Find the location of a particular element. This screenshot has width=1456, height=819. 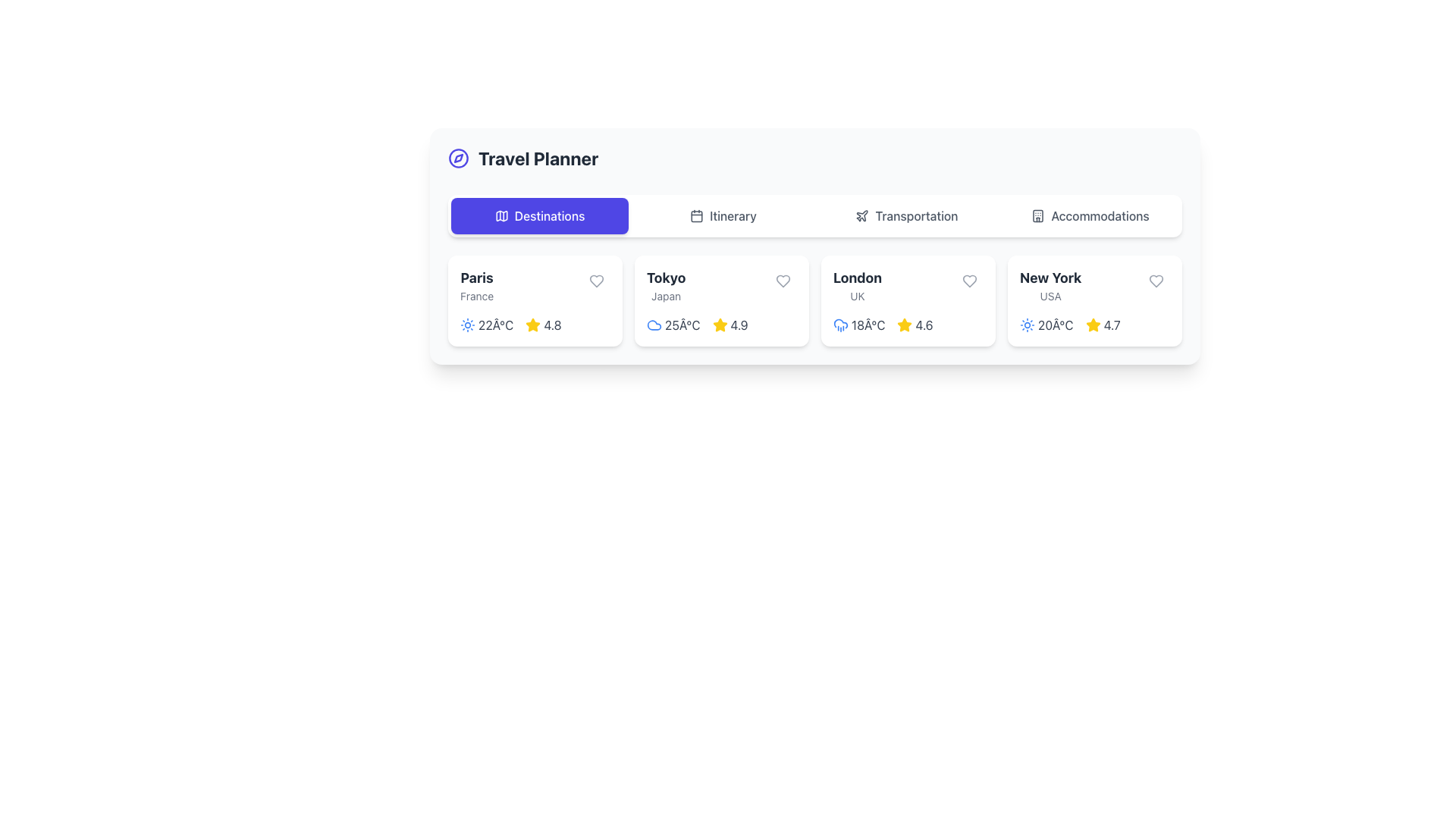

the text label displaying '25°C' in gray, which is positioned between a cloud icon and other rating elements is located at coordinates (682, 324).